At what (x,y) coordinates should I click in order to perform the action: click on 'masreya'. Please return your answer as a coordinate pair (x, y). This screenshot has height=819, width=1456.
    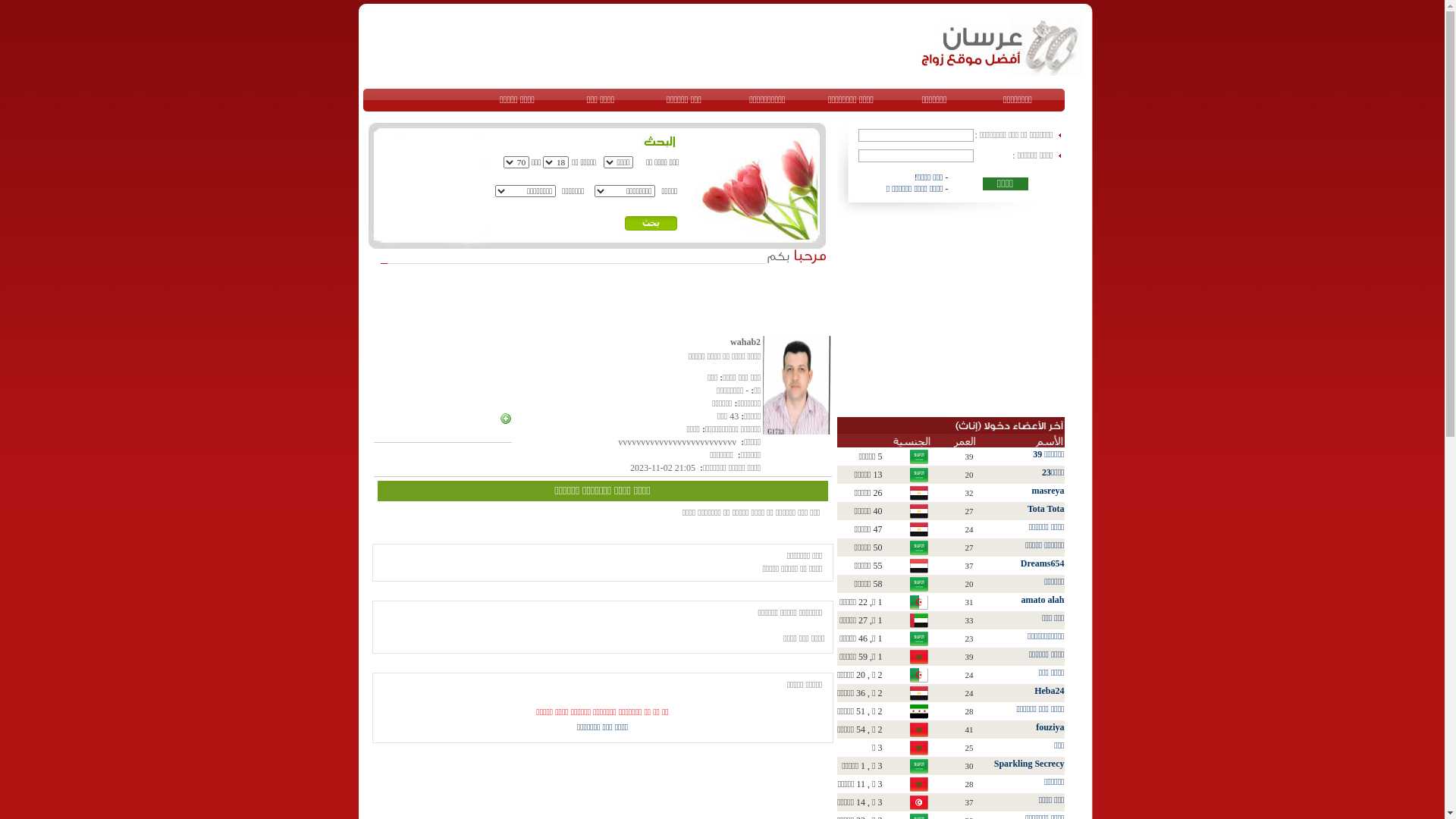
    Looking at the image, I should click on (1031, 491).